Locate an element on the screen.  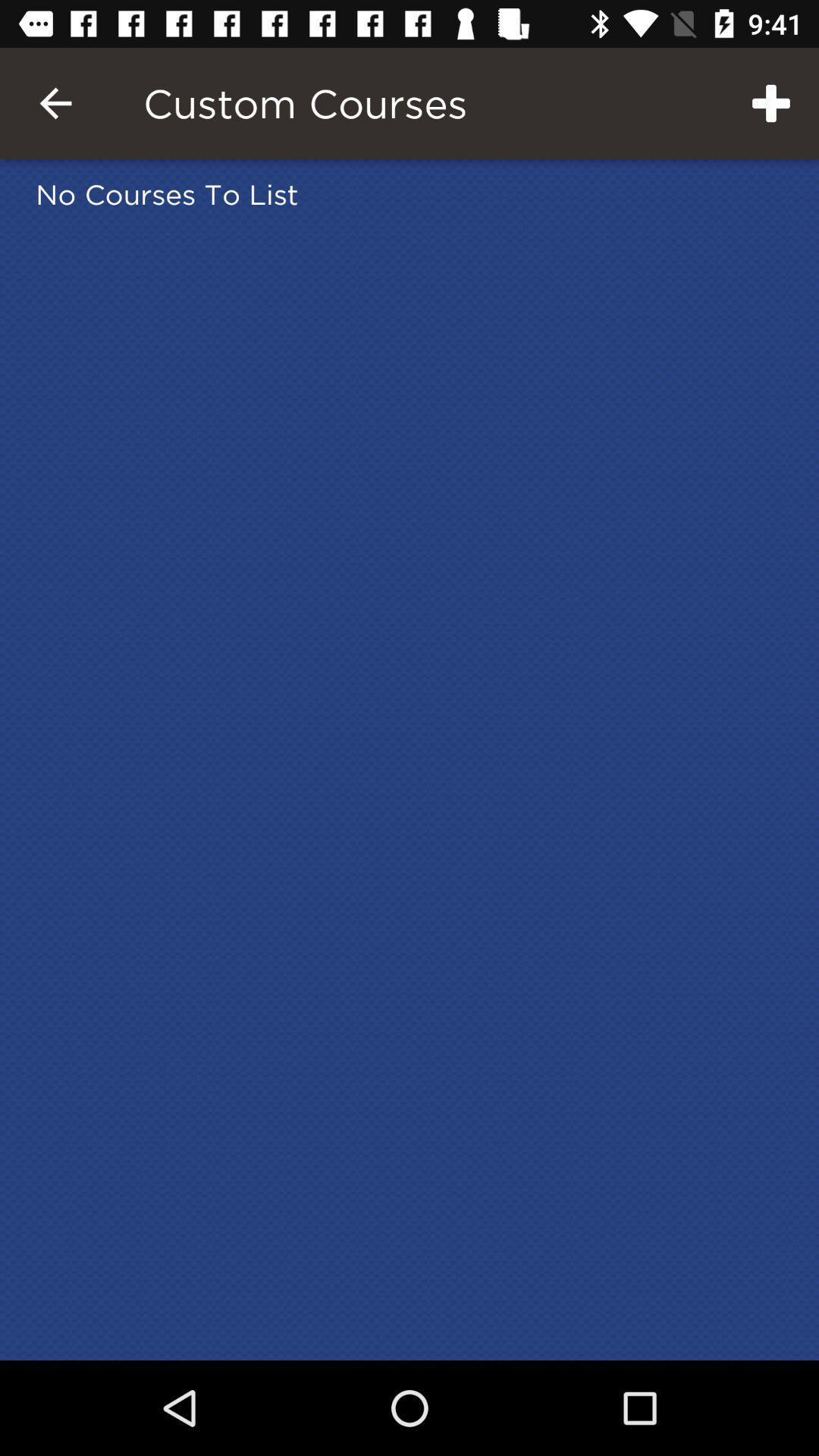
item to the left of the custom courses item is located at coordinates (55, 102).